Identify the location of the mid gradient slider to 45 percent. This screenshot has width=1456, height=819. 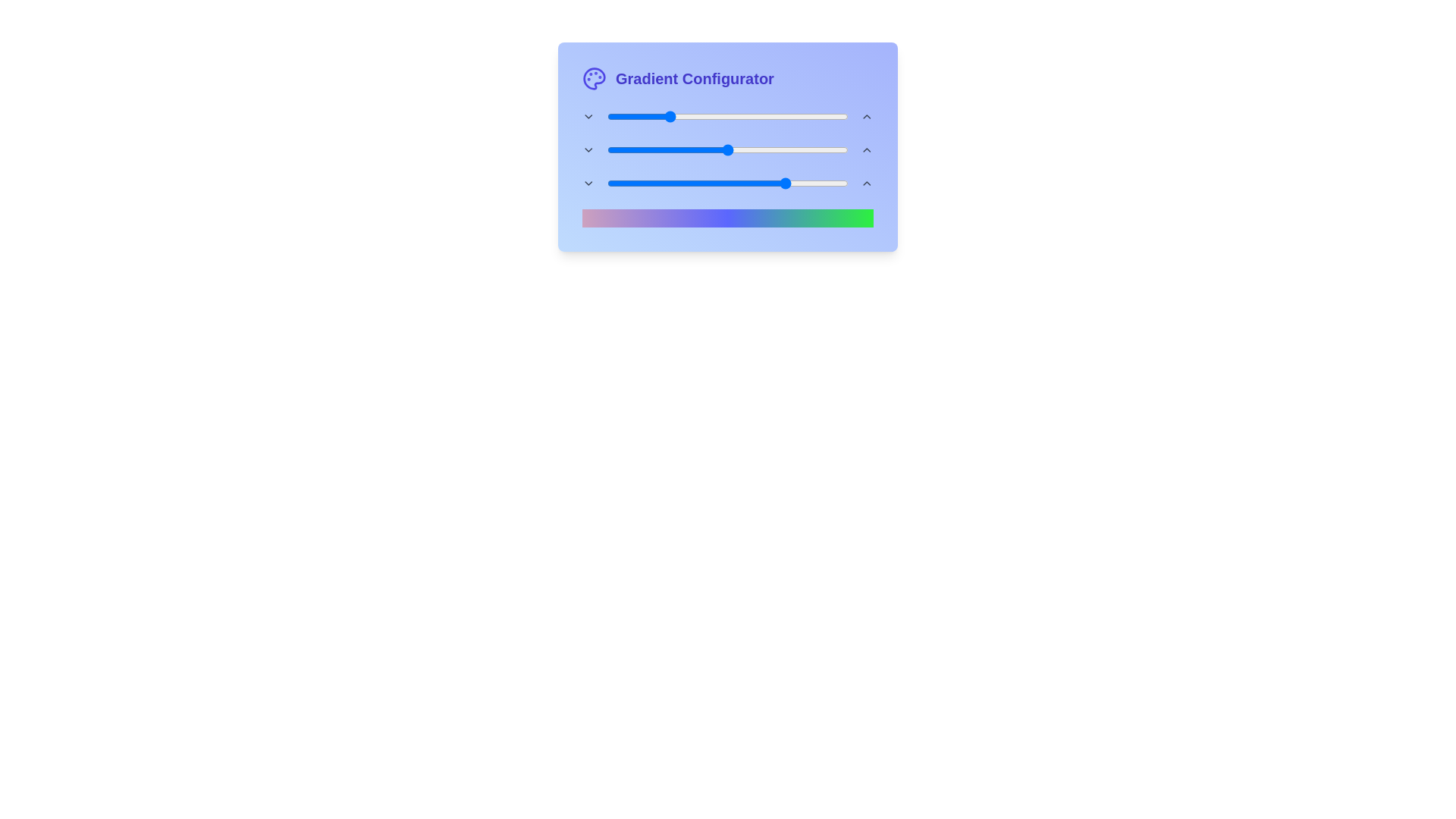
(715, 149).